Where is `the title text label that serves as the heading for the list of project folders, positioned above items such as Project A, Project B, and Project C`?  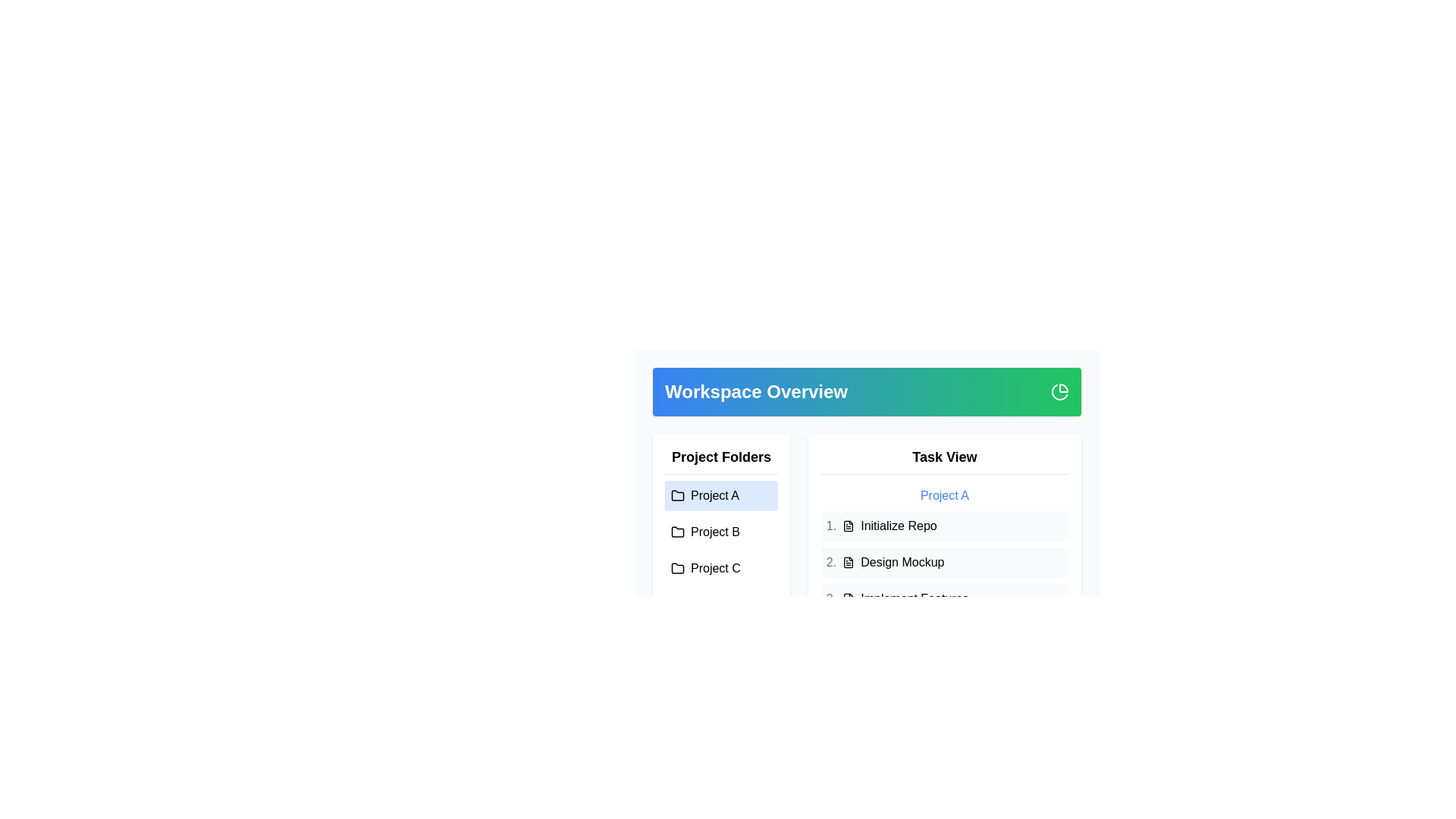
the title text label that serves as the heading for the list of project folders, positioned above items such as Project A, Project B, and Project C is located at coordinates (720, 460).